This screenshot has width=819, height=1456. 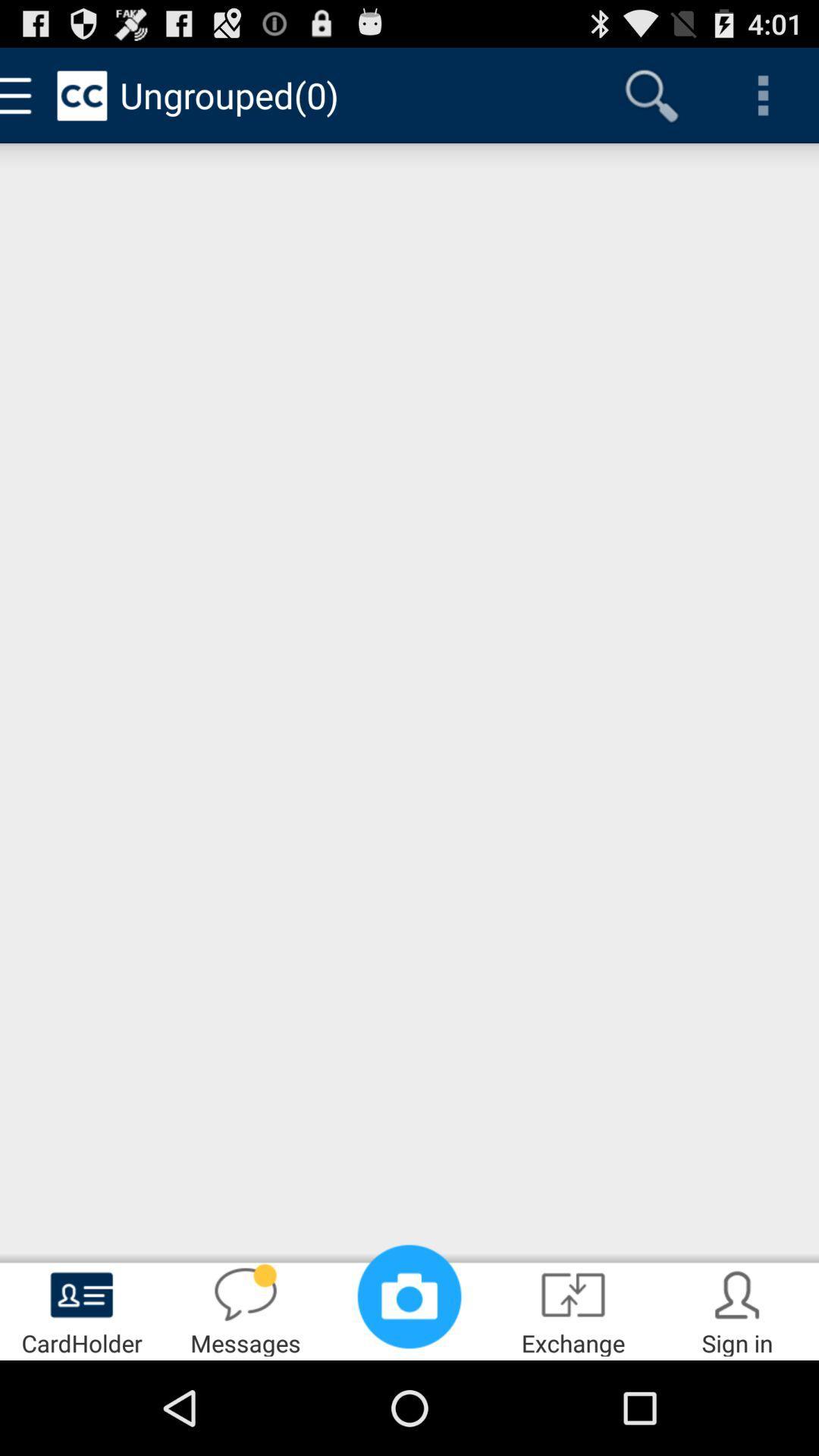 What do you see at coordinates (409, 1388) in the screenshot?
I see `the photo icon` at bounding box center [409, 1388].